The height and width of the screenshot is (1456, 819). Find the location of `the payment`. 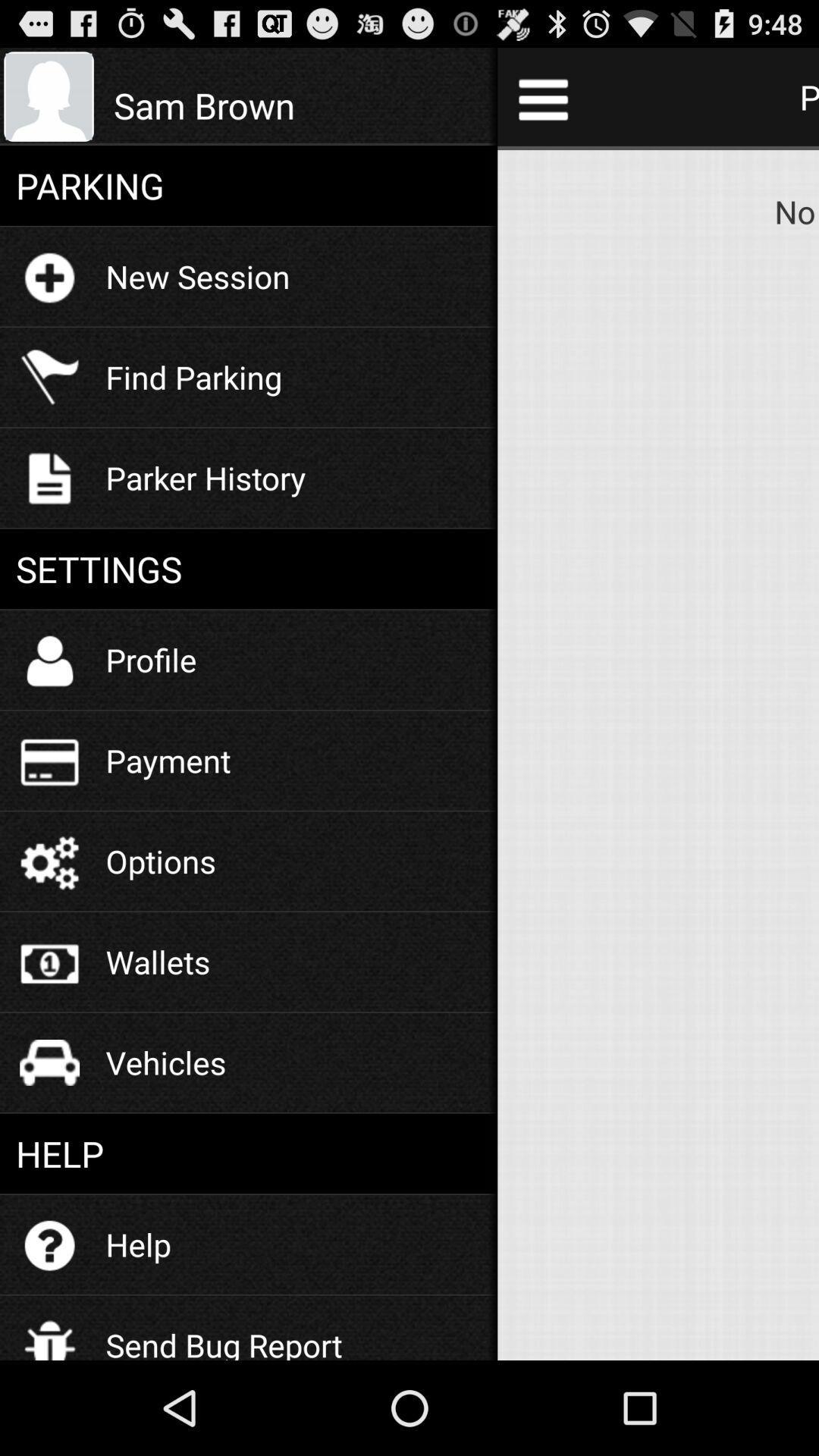

the payment is located at coordinates (168, 760).